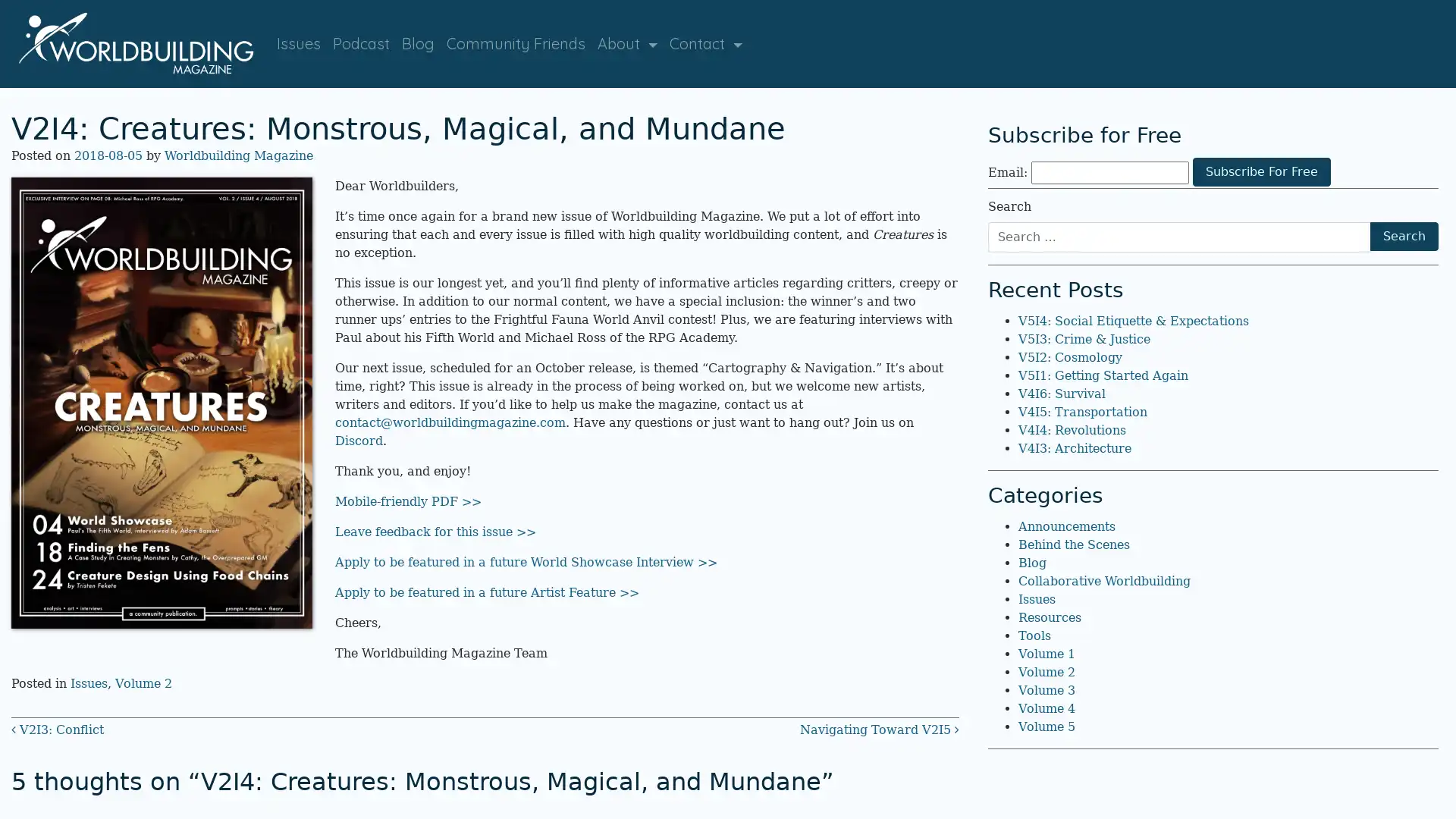  I want to click on Search, so click(1403, 237).